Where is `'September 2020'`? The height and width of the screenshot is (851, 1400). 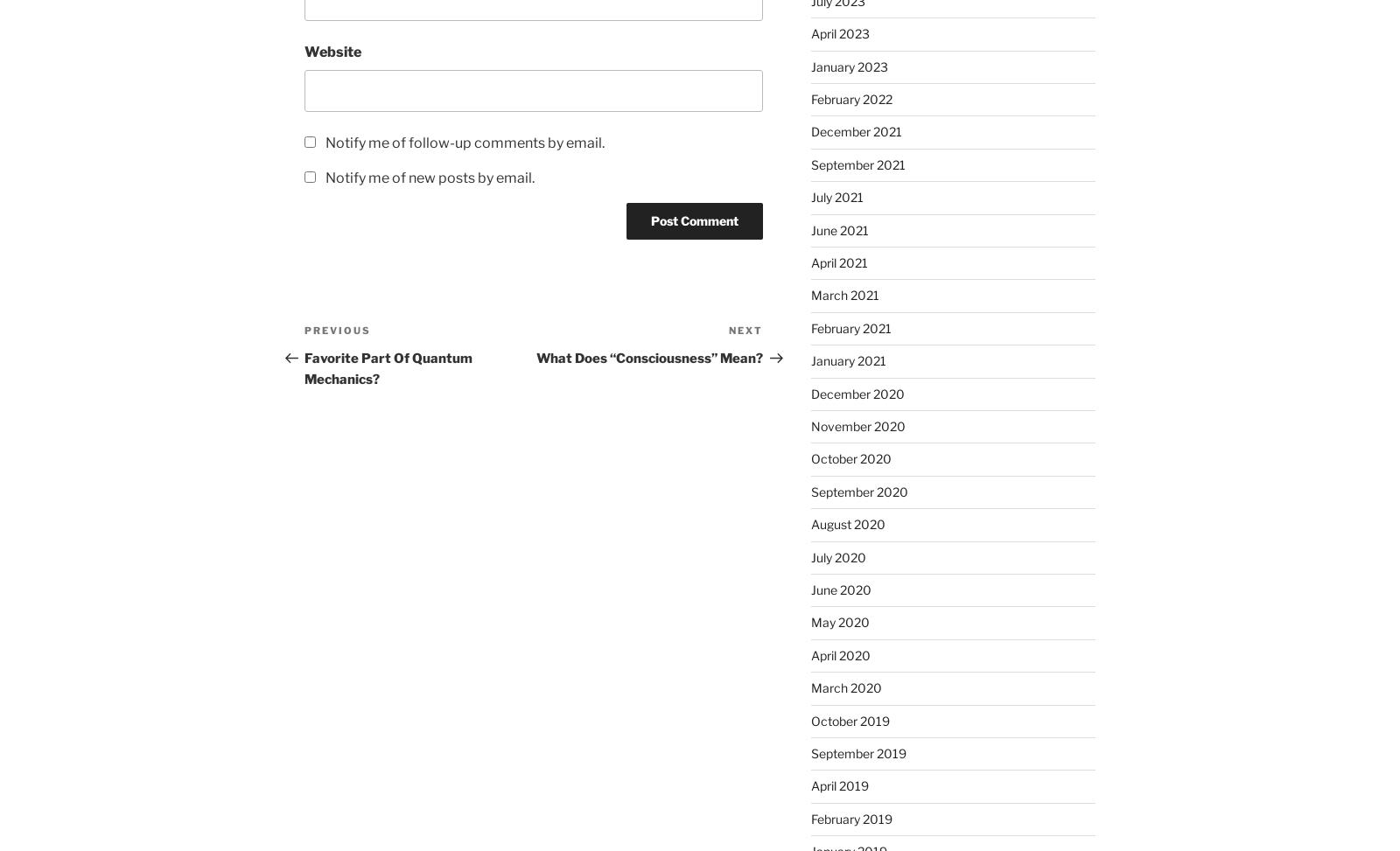 'September 2020' is located at coordinates (857, 491).